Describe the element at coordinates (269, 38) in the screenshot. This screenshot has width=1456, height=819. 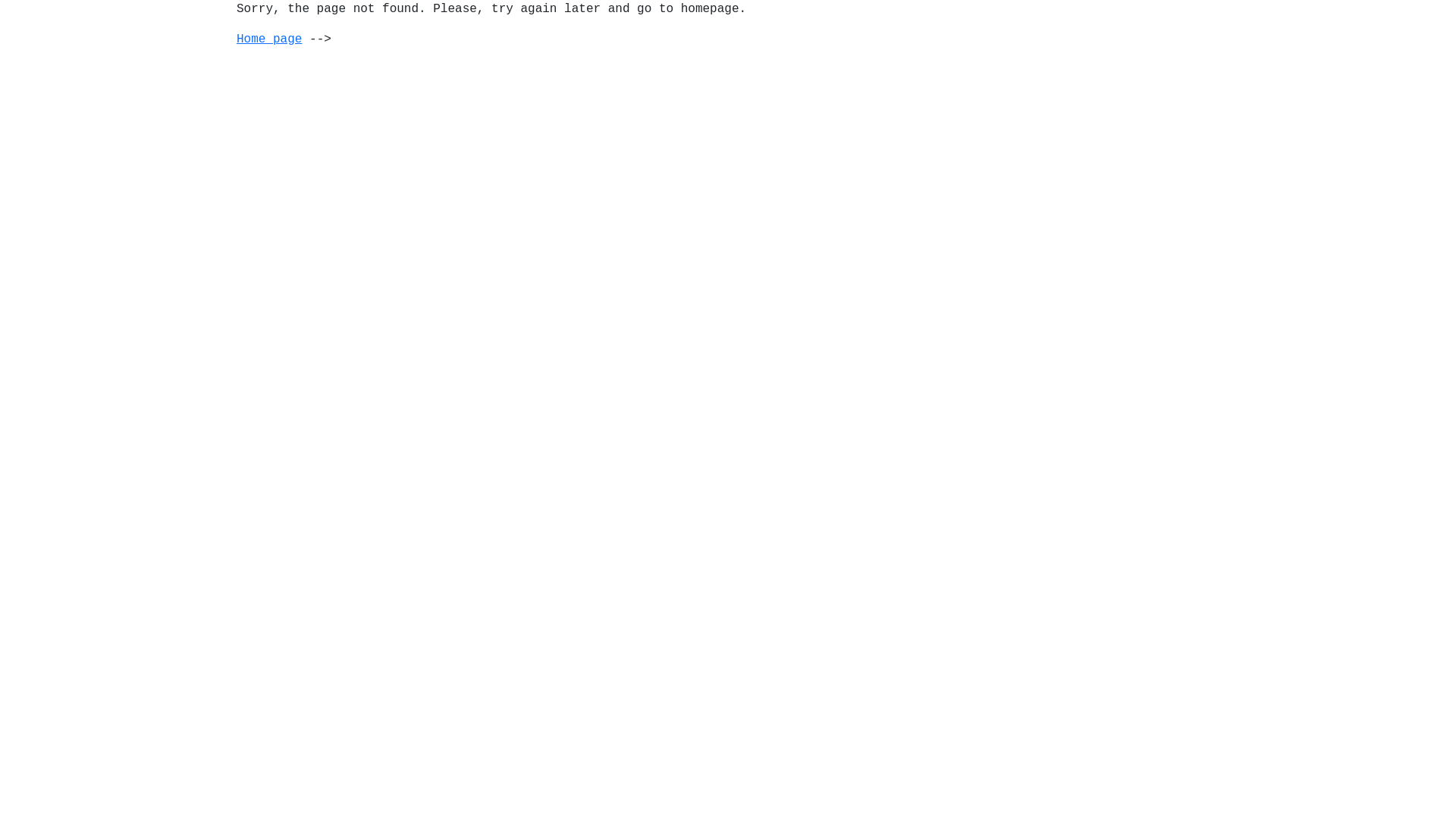
I see `'Home page'` at that location.